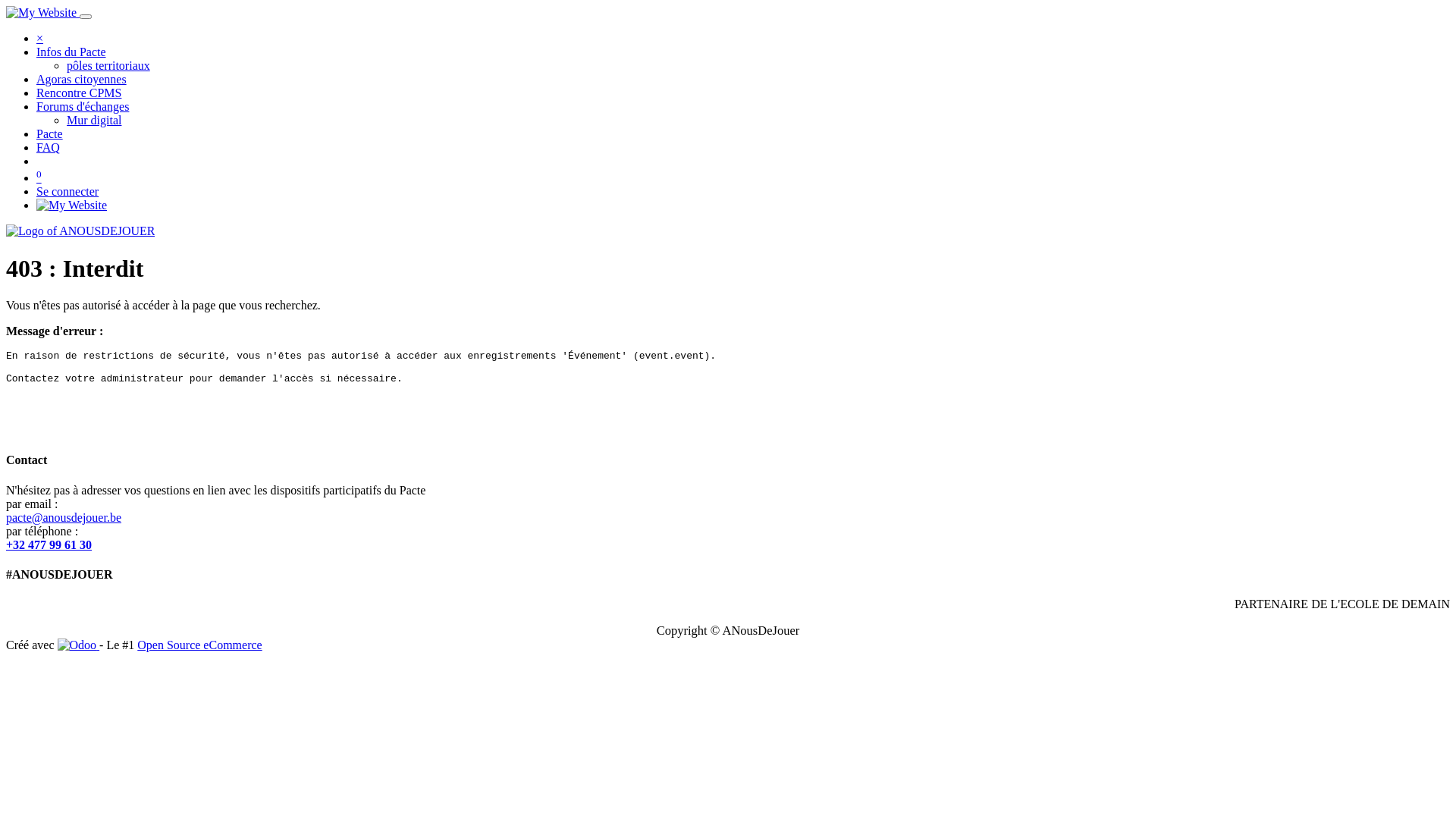  I want to click on 'pacte@anousdejouer.be', so click(62, 516).